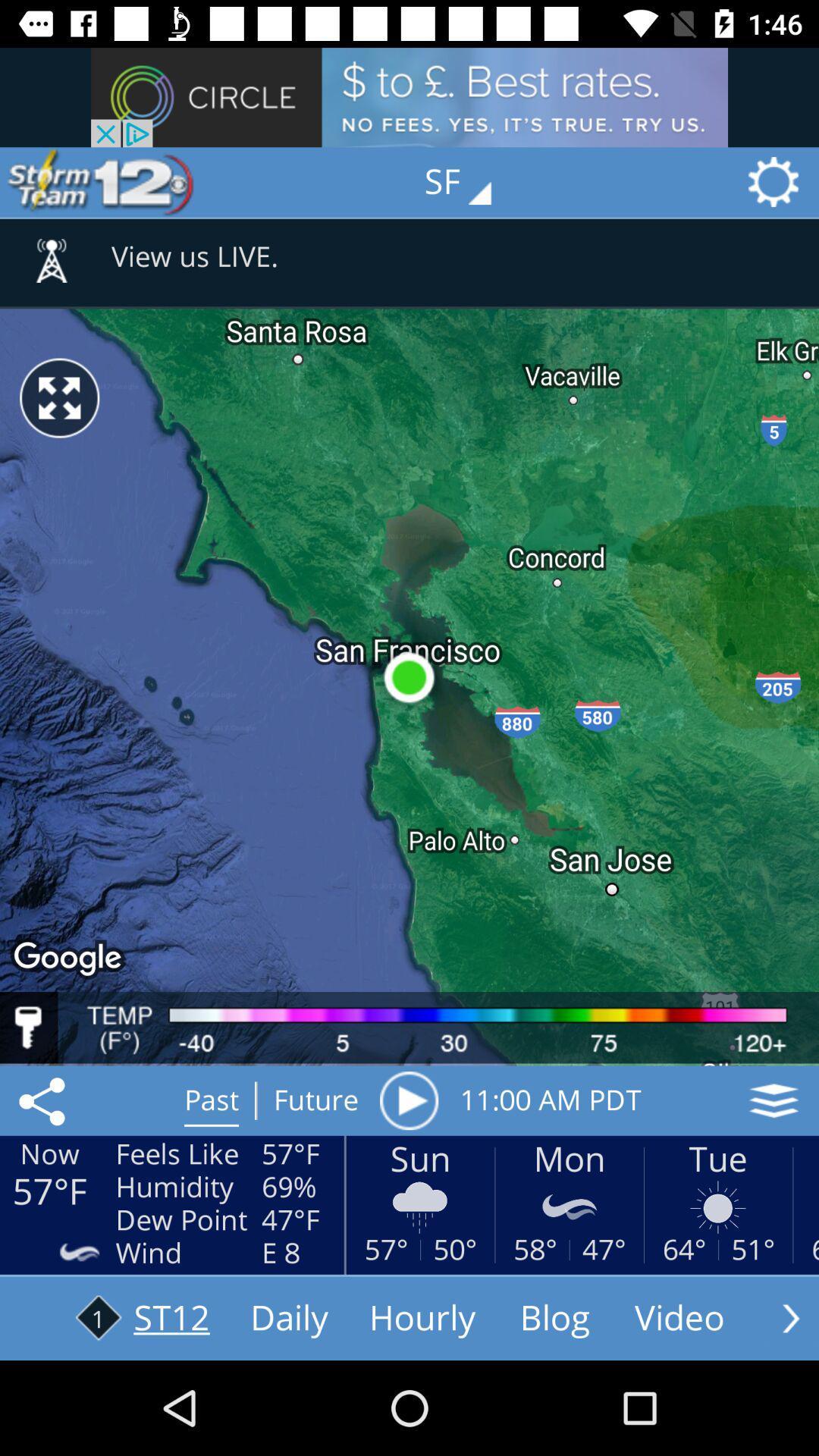 The image size is (819, 1456). I want to click on the layers icon, so click(773, 1100).